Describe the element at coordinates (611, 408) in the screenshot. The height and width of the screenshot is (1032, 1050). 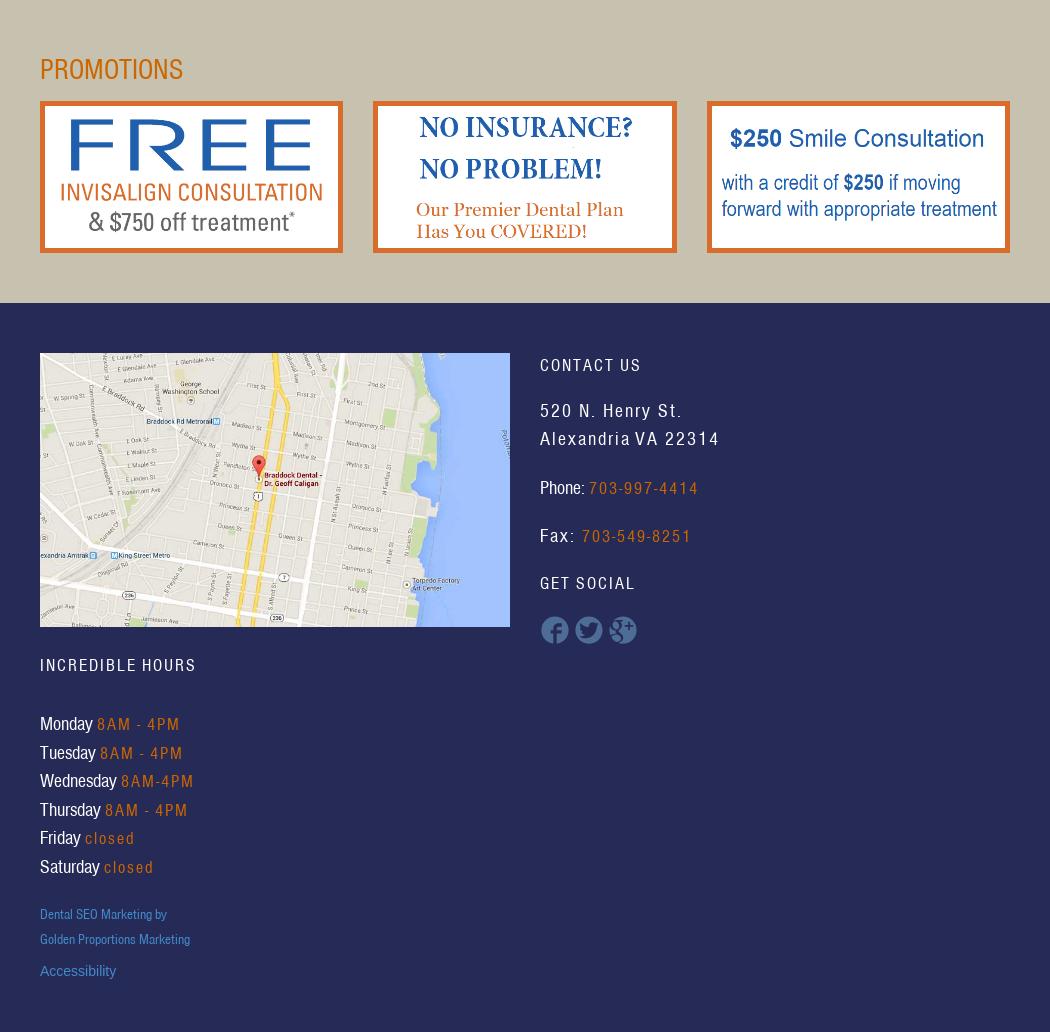
I see `'520 N. Henry St.'` at that location.